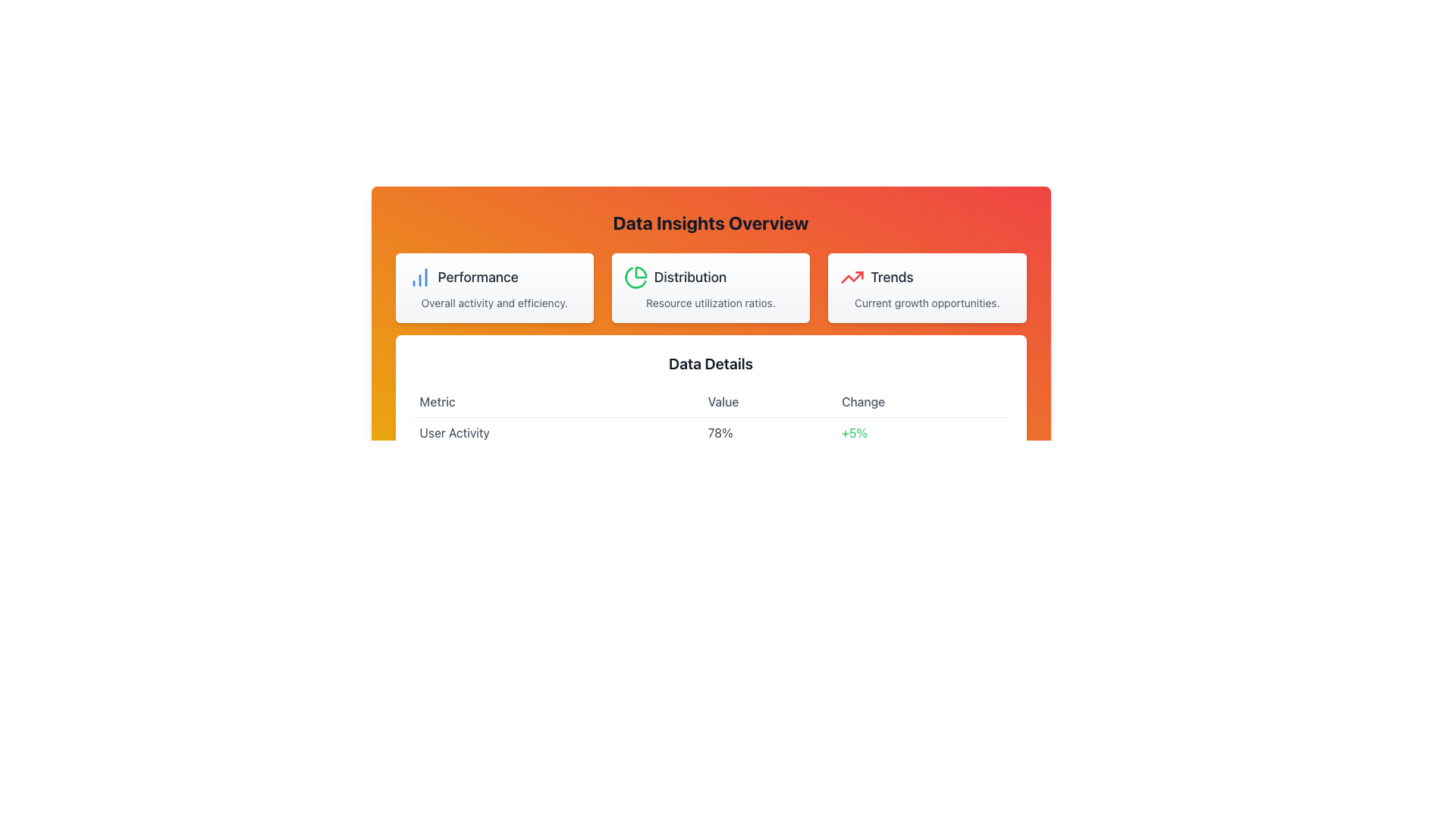 The width and height of the screenshot is (1456, 819). Describe the element at coordinates (689, 278) in the screenshot. I see `the text label displaying 'Distribution', which is bold and black, located in the middle card of a triad, to the right of a green pie chart icon` at that location.